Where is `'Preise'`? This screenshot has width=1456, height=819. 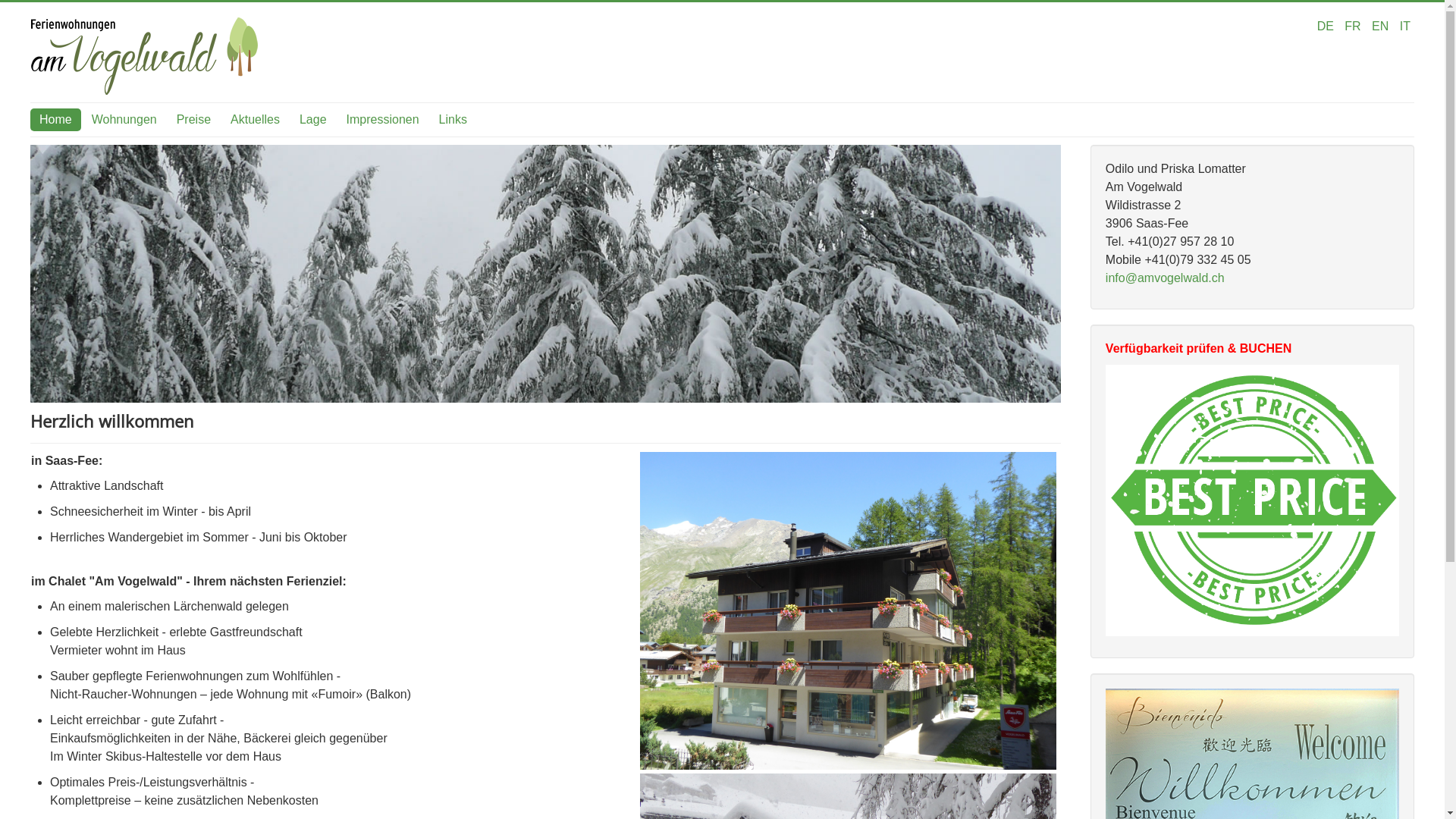
'Preise' is located at coordinates (193, 119).